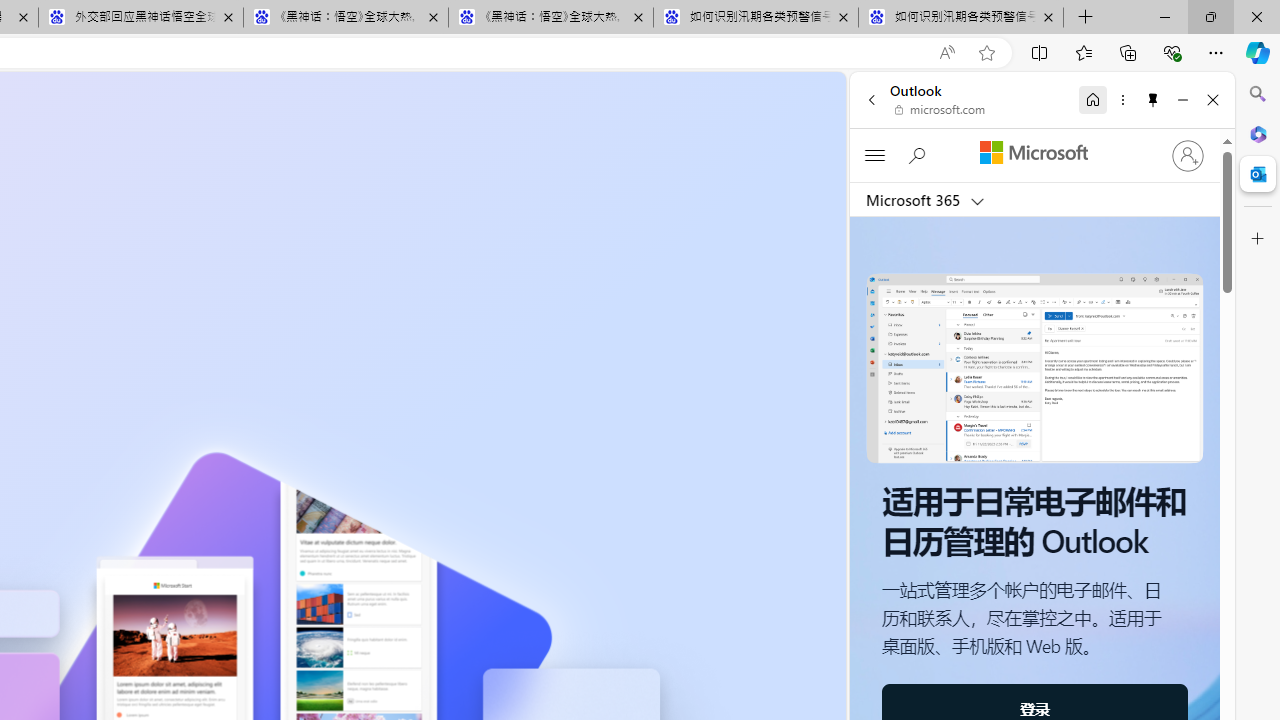 The image size is (1280, 720). Describe the element at coordinates (1092, 99) in the screenshot. I see `'Home'` at that location.